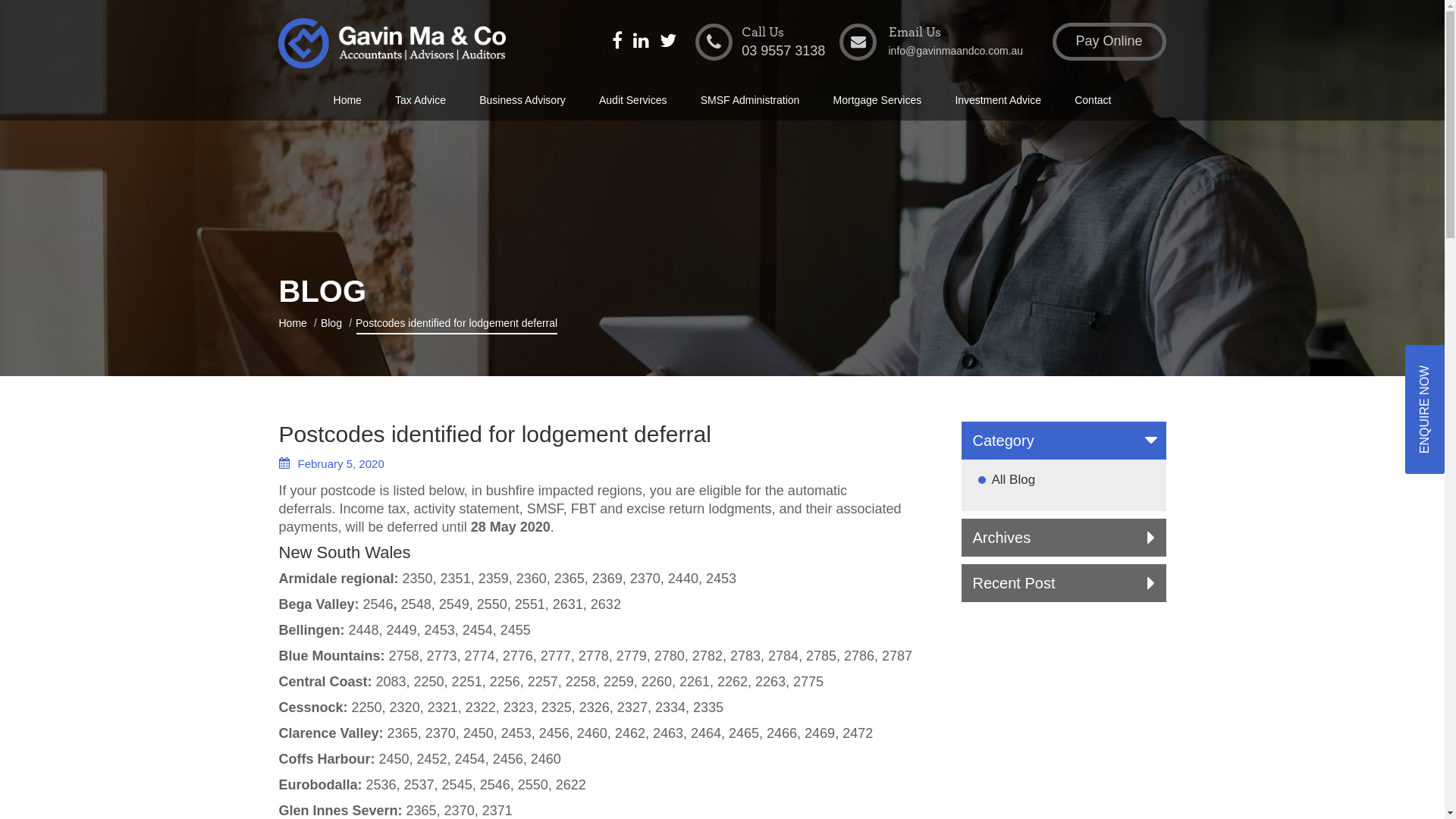  What do you see at coordinates (617, 42) in the screenshot?
I see `'Facebook'` at bounding box center [617, 42].